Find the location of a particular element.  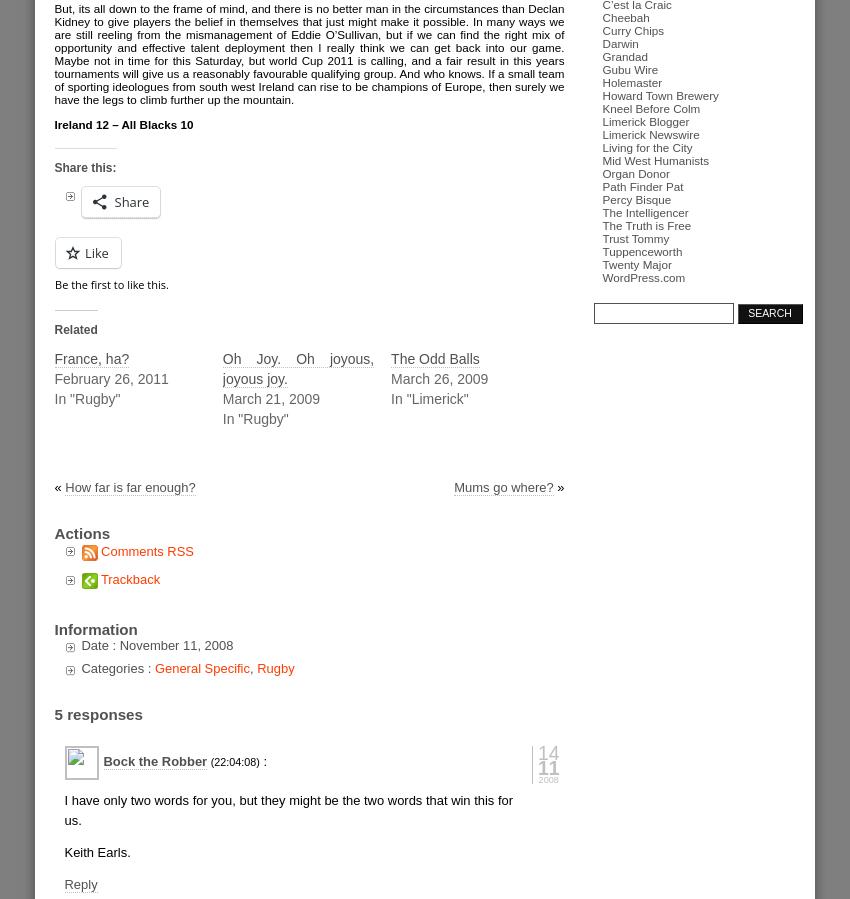

'Share' is located at coordinates (131, 202).